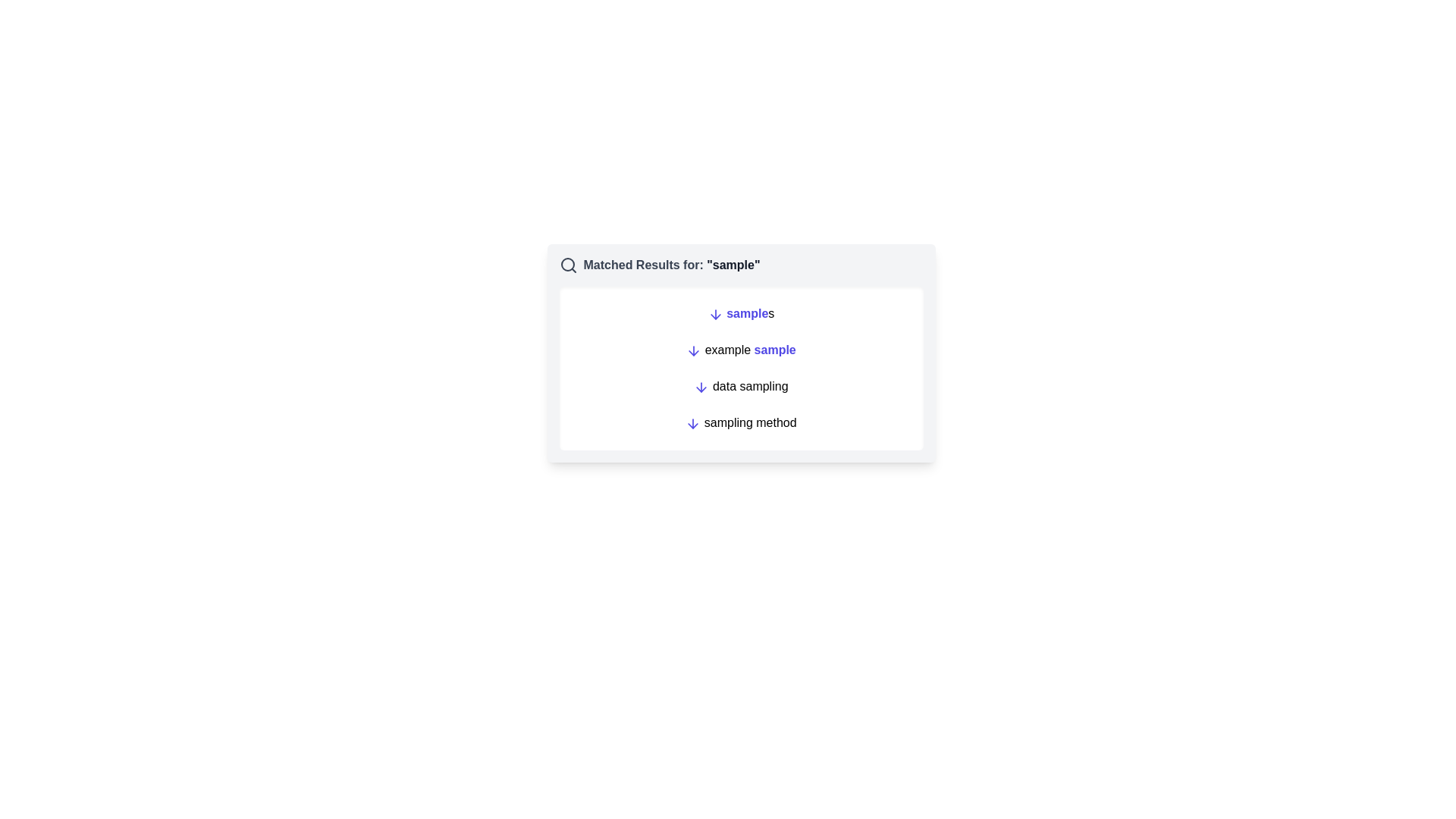 Image resolution: width=1456 pixels, height=819 pixels. I want to click on the blue downward-pointing arrow icon located to the left of the 'samples' text to bring up a context menu, so click(714, 313).